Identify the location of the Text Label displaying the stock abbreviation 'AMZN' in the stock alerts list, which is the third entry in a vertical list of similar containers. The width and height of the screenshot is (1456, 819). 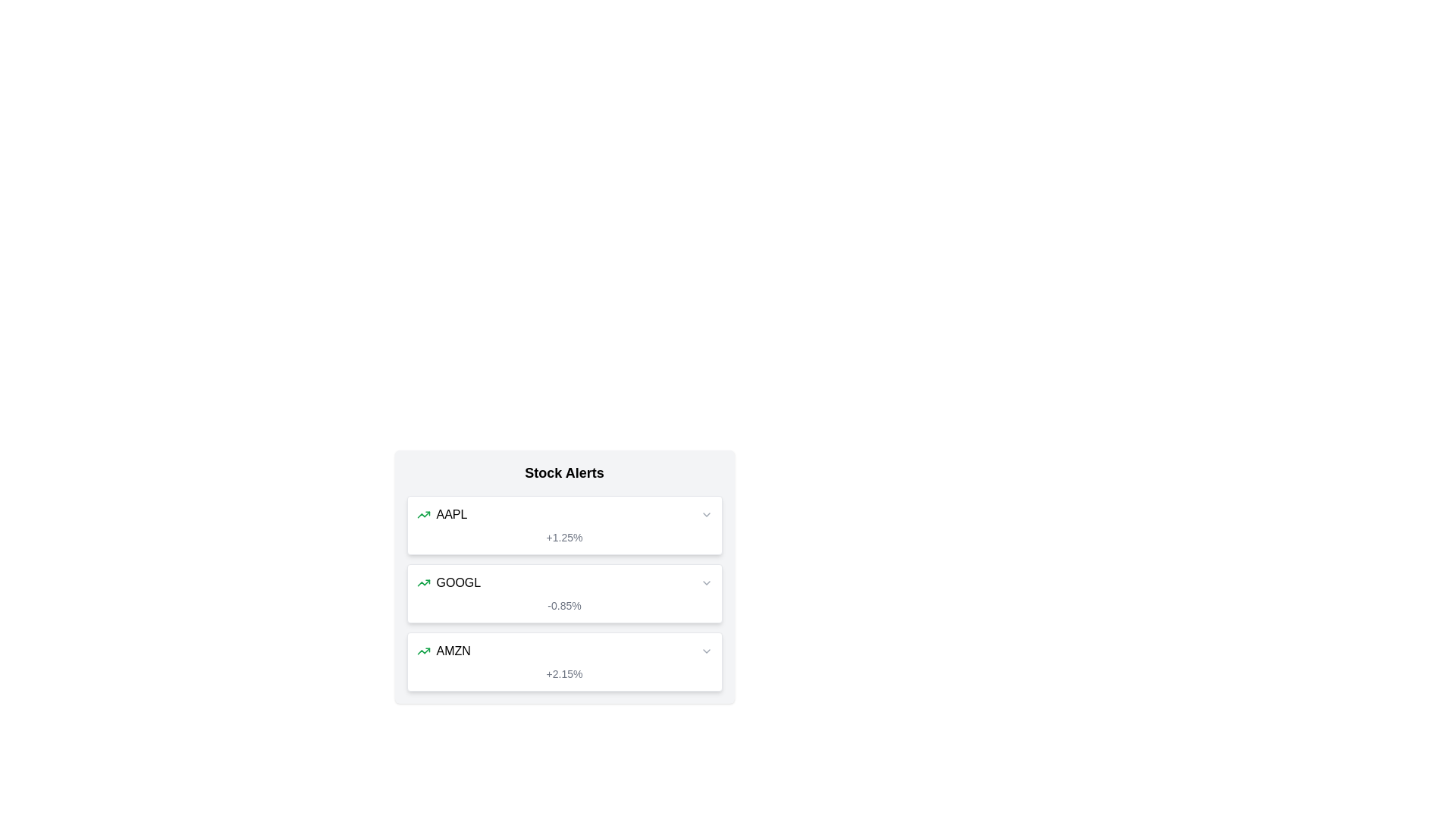
(453, 651).